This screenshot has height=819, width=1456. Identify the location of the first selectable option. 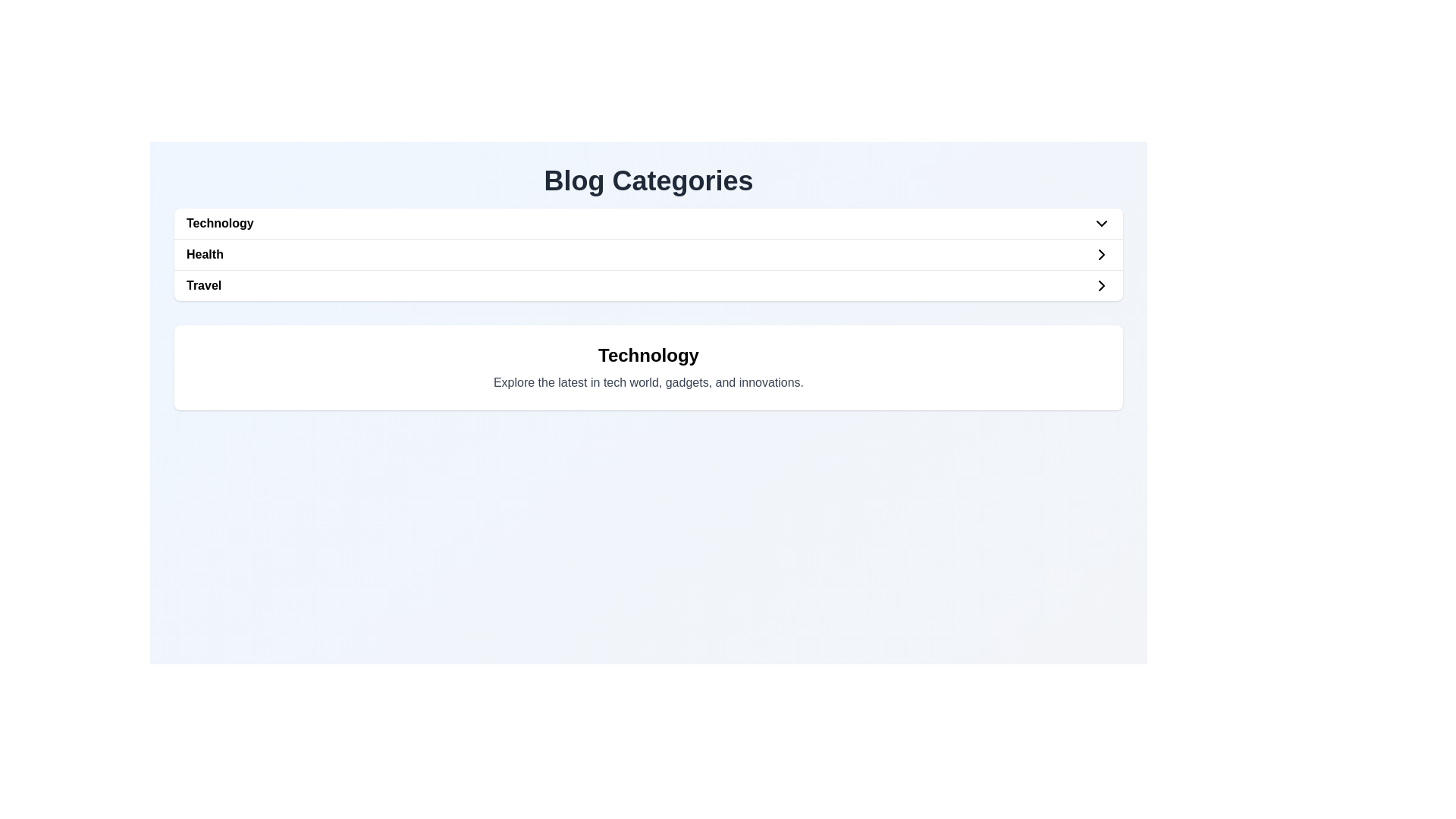
(648, 223).